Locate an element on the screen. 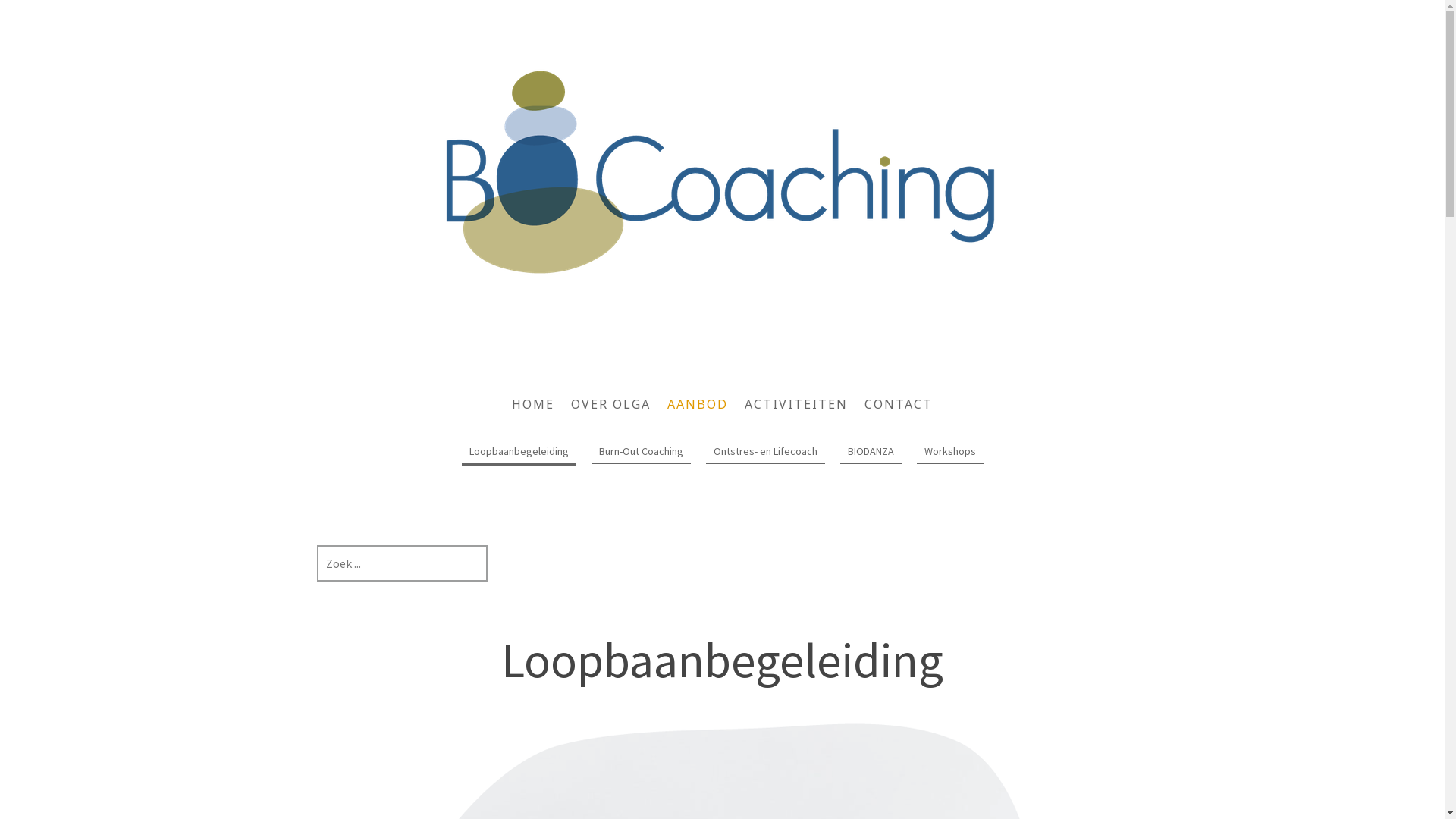 This screenshot has width=1456, height=819. 'BIODANZA' is located at coordinates (871, 451).